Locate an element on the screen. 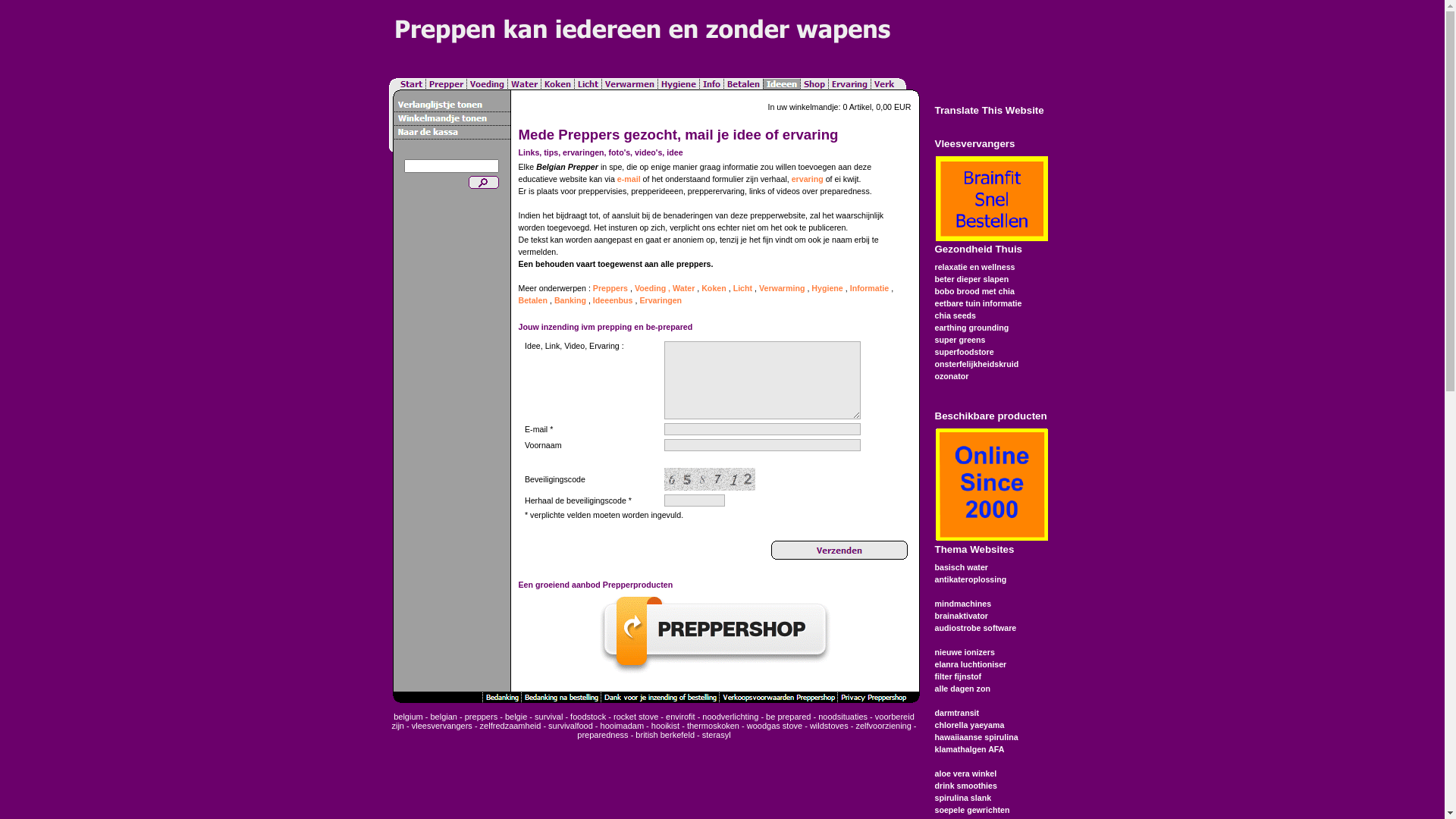 Image resolution: width=1456 pixels, height=819 pixels. 'spirulina slank' is located at coordinates (962, 797).